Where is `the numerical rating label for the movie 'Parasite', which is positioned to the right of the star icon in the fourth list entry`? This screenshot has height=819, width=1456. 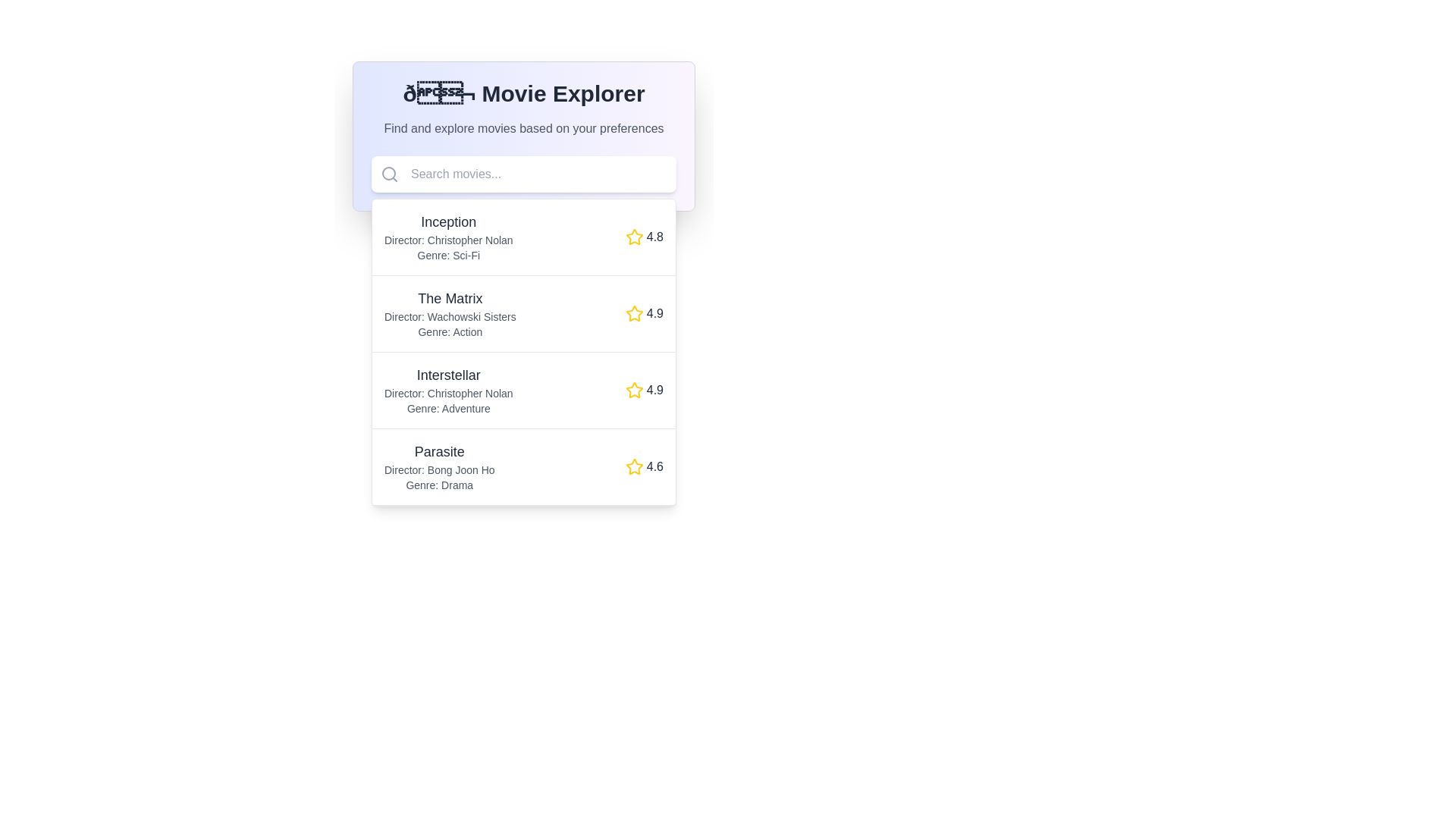 the numerical rating label for the movie 'Parasite', which is positioned to the right of the star icon in the fourth list entry is located at coordinates (654, 466).